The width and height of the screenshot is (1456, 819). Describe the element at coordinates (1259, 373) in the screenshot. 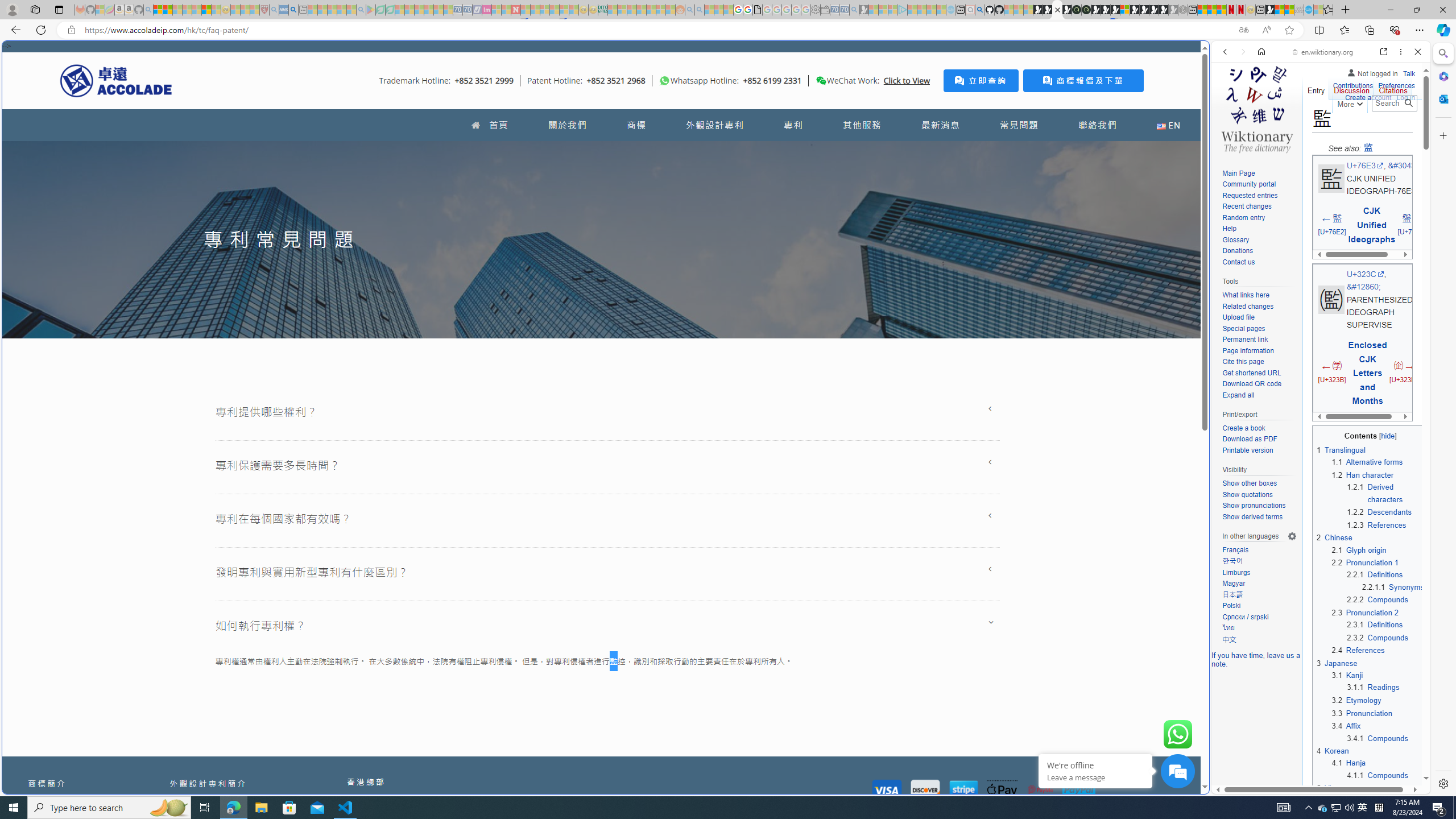

I see `'Get shortened URL'` at that location.